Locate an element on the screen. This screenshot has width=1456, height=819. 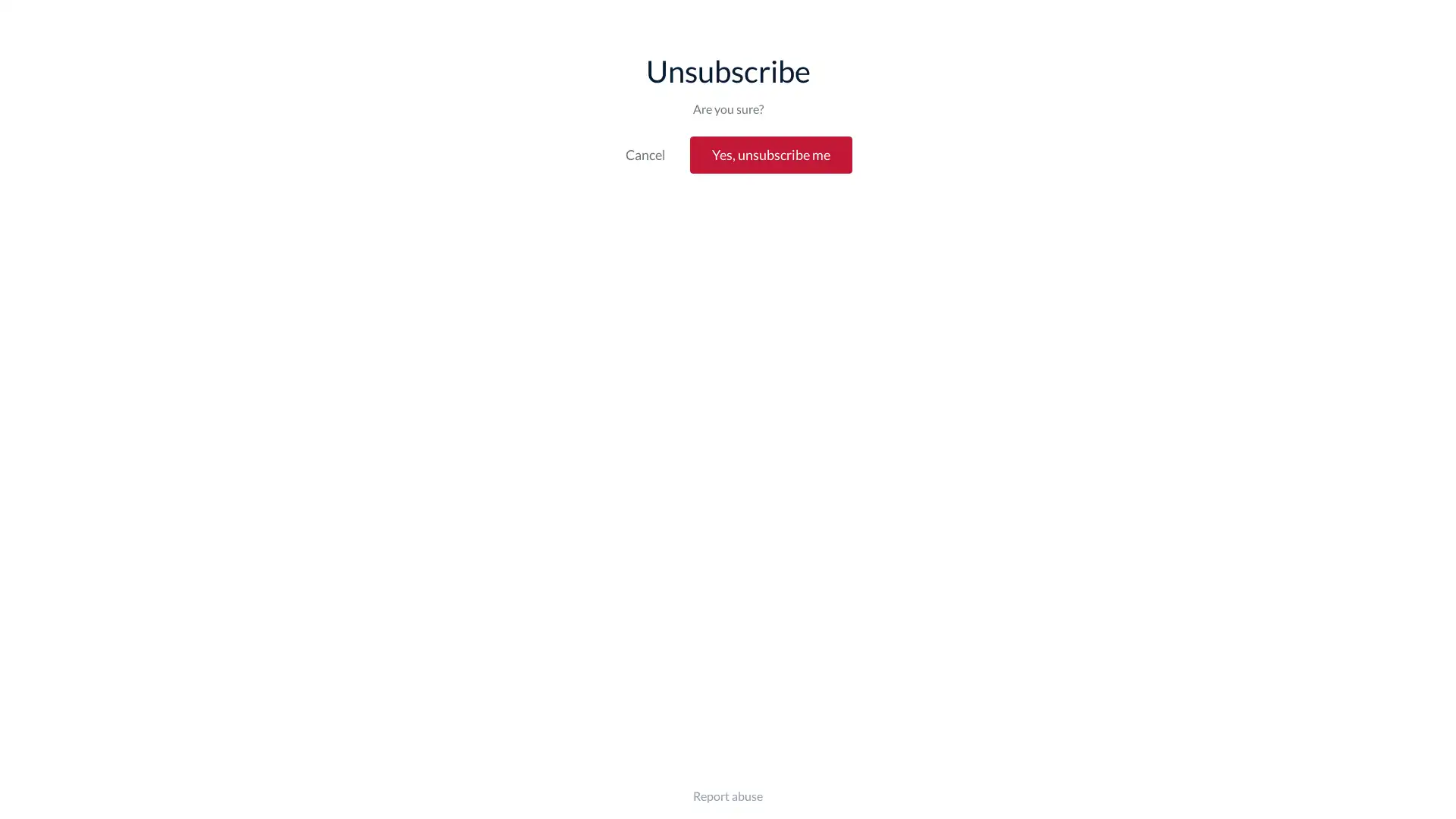
Yes, unsubscribe me is located at coordinates (771, 155).